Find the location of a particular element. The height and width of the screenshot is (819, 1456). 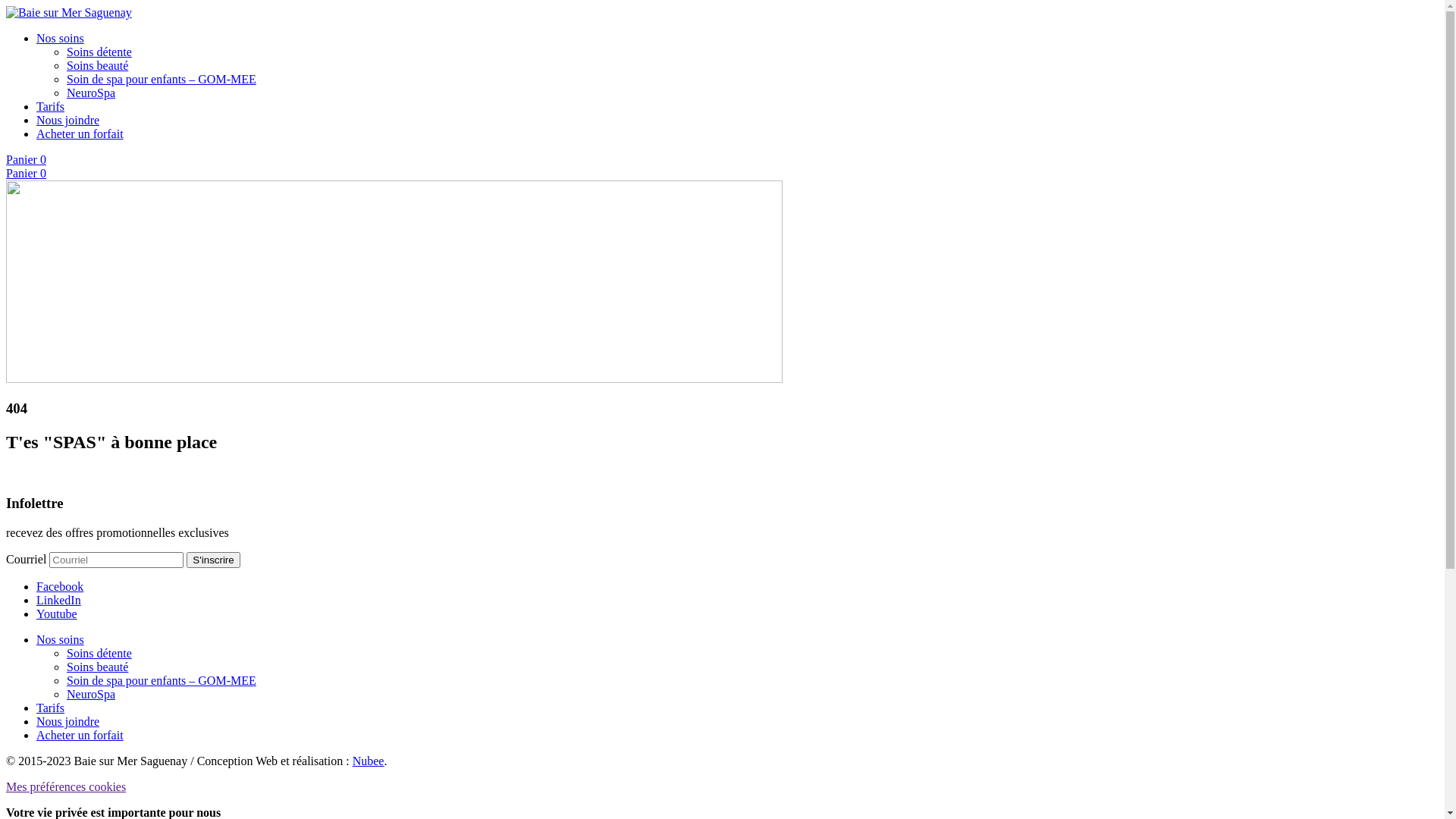

'Facebook' is located at coordinates (59, 585).